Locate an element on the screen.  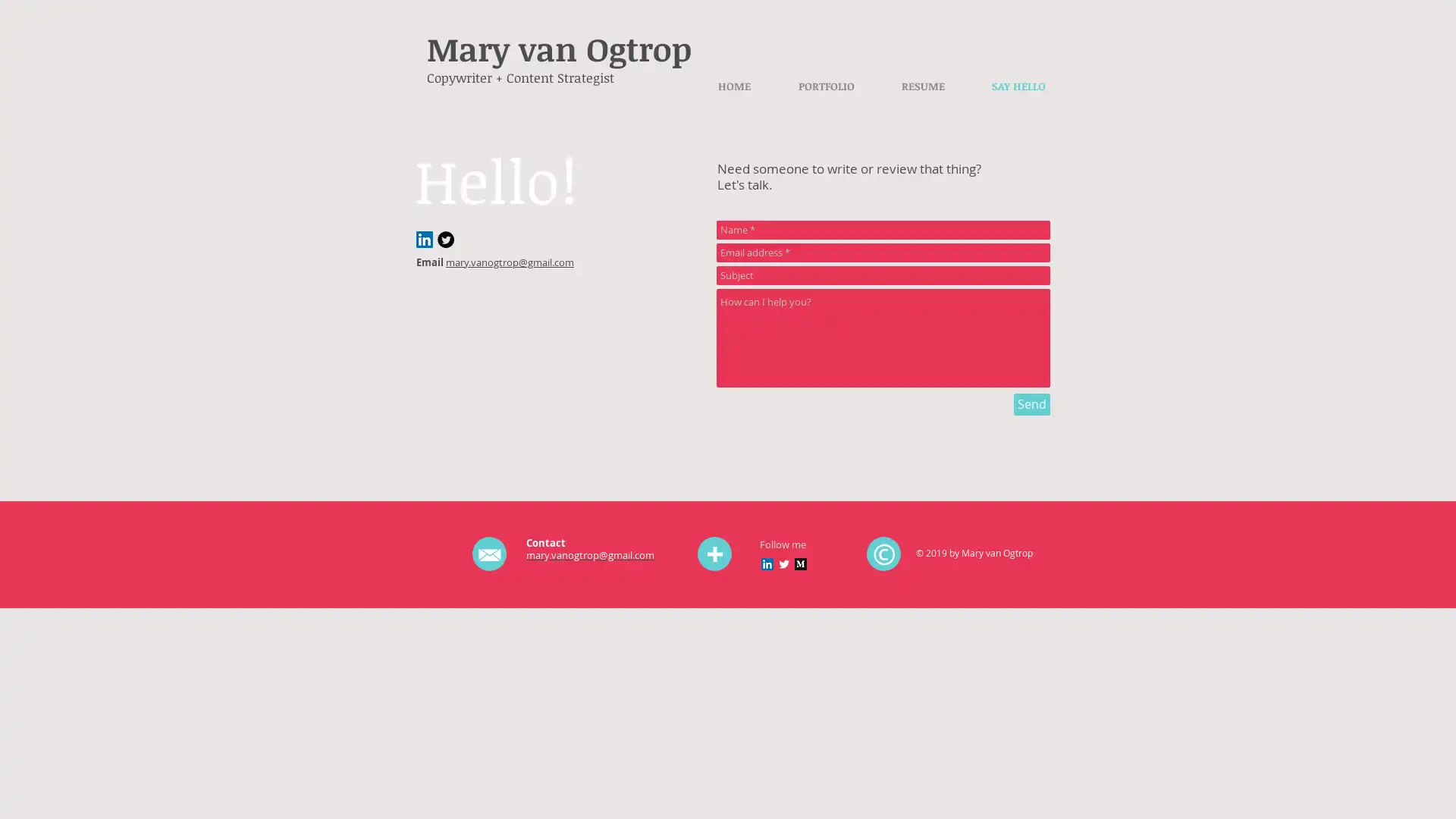
Send is located at coordinates (1031, 403).